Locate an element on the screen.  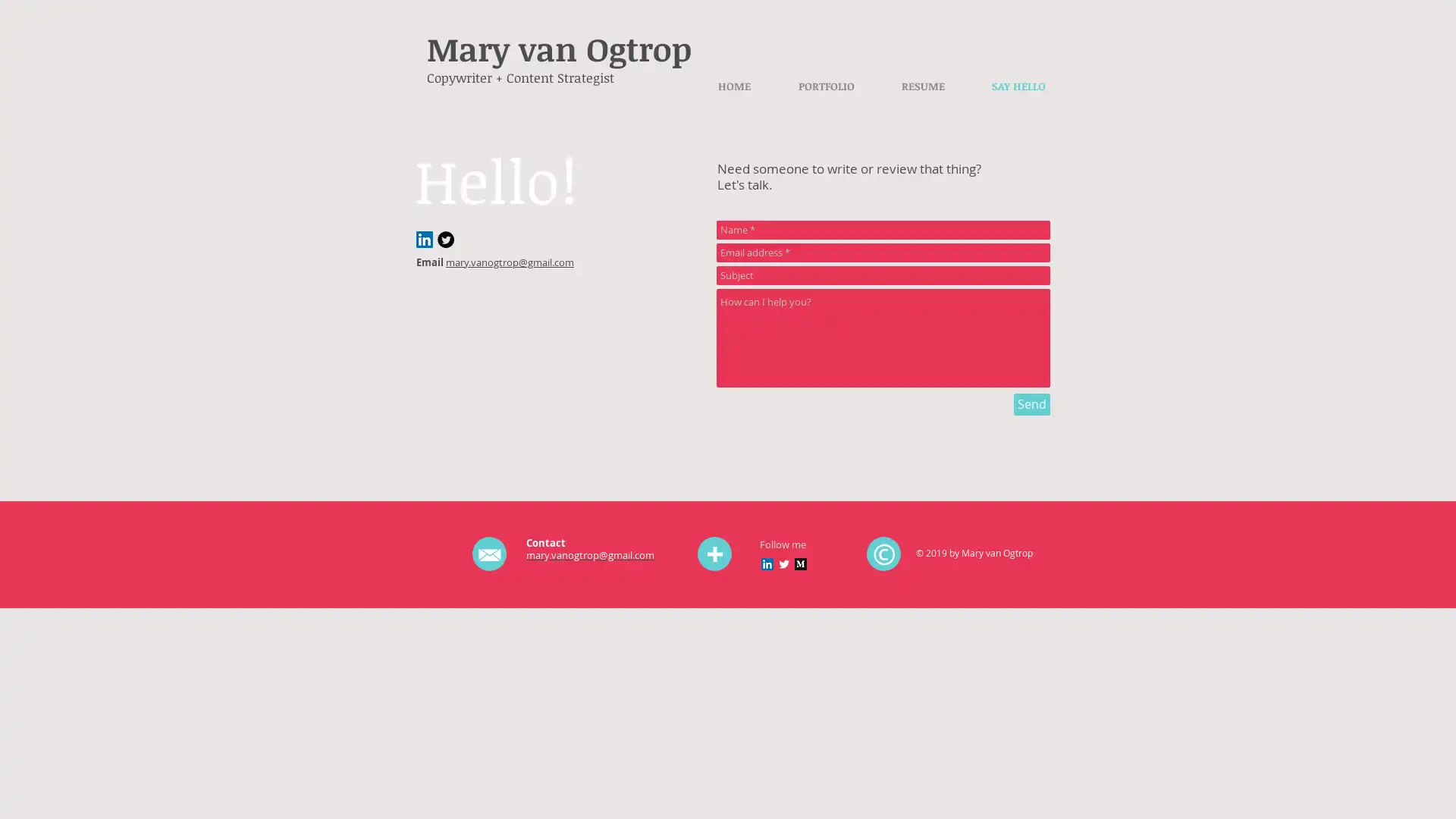
Send is located at coordinates (1031, 403).